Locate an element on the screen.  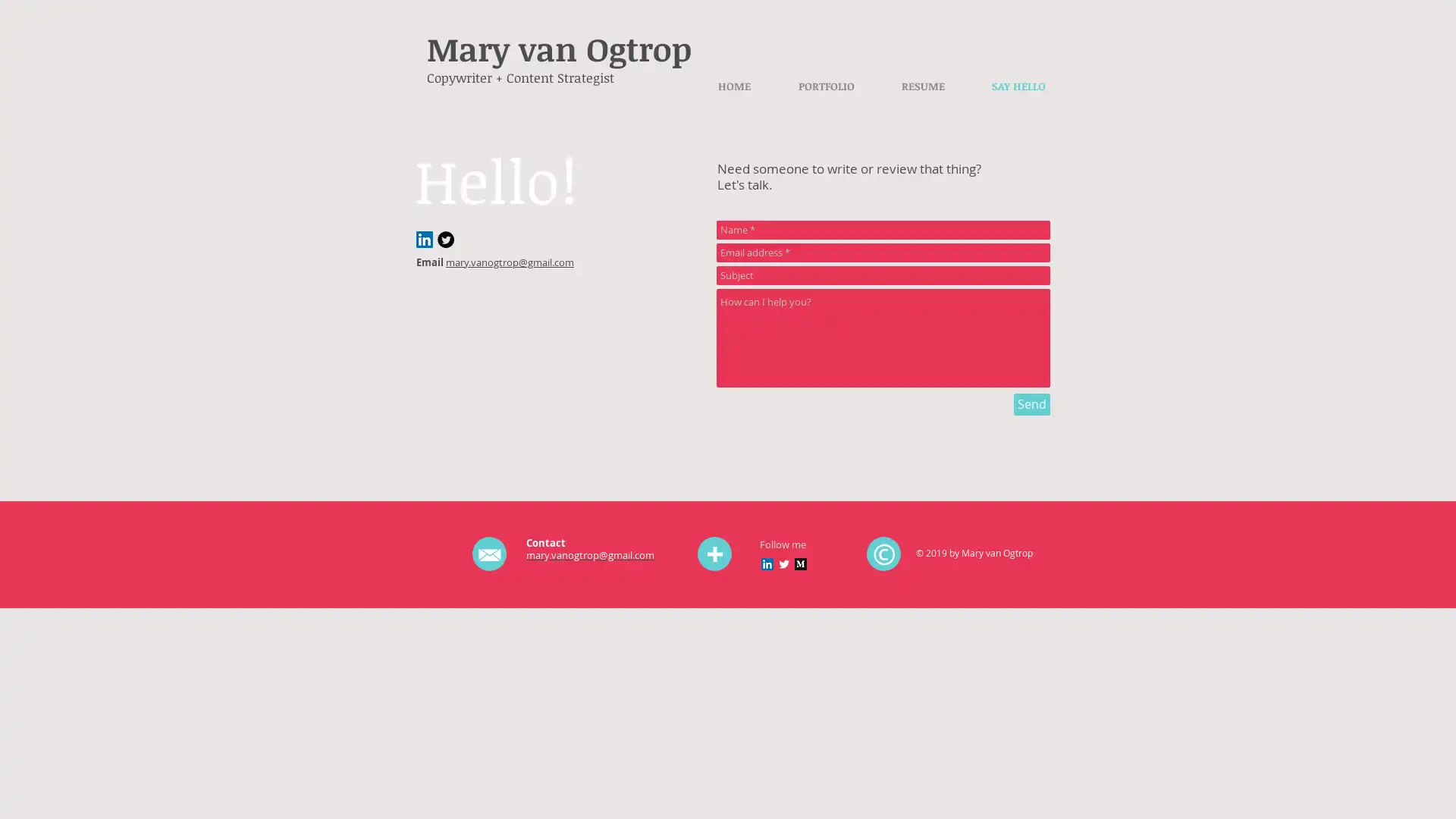
Send is located at coordinates (1031, 403).